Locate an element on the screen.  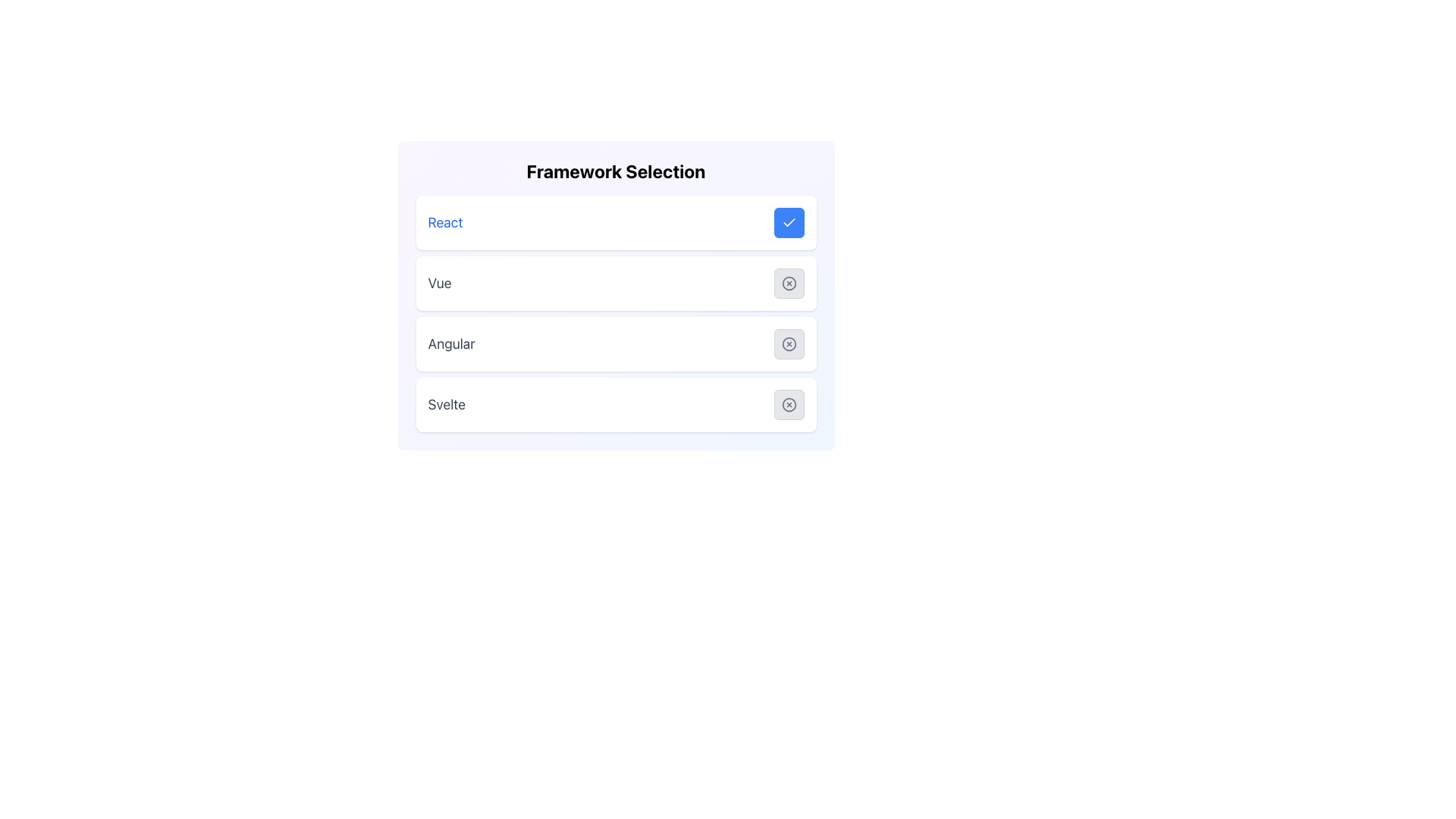
the visual cue icon indicating the selection status of the 'React' option in the Framework Selection list is located at coordinates (789, 222).